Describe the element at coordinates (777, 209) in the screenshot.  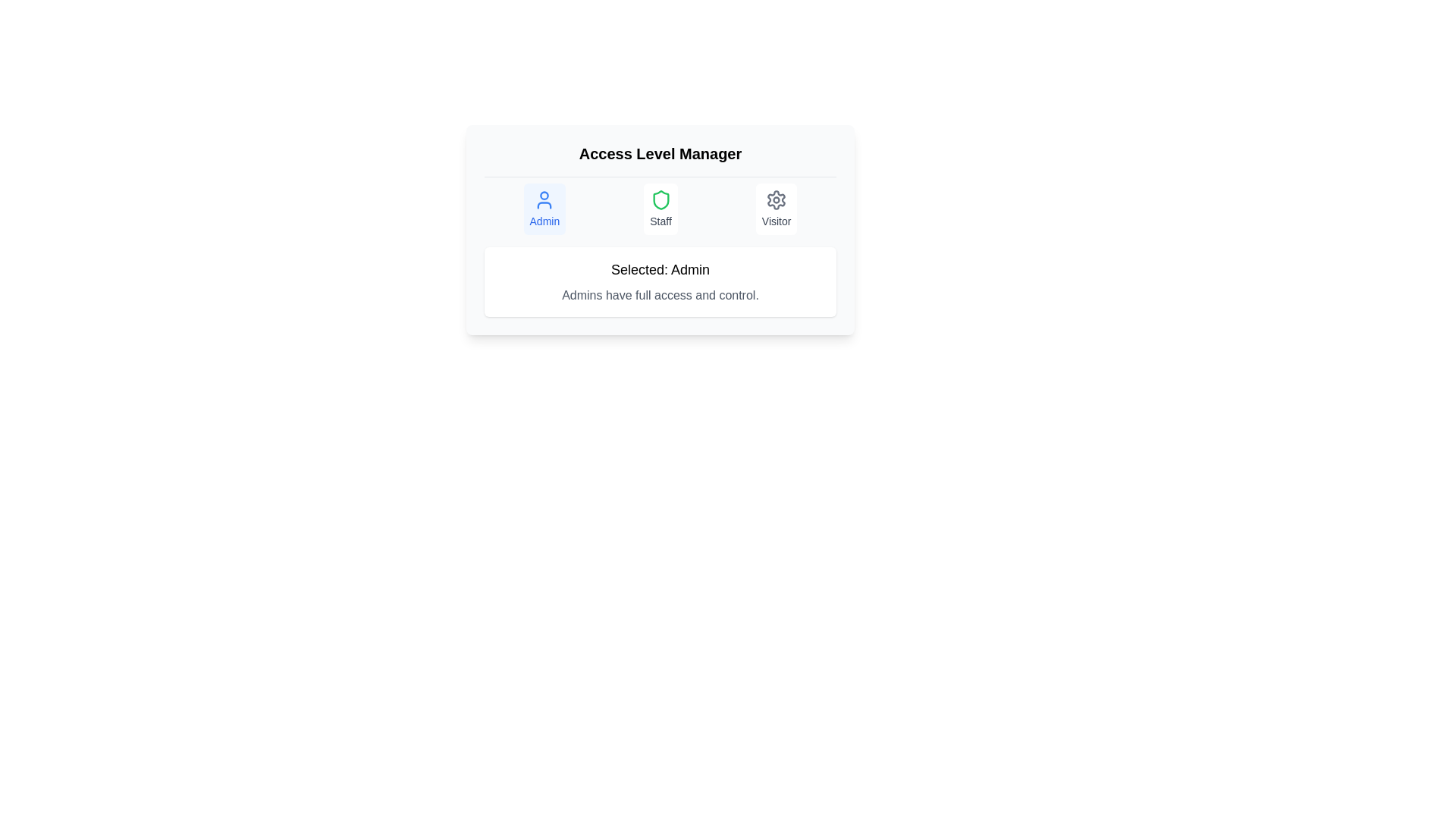
I see `the 'Visitor' role selection button, which is the third button in a group of three horizontally aligned buttons located to the far right` at that location.